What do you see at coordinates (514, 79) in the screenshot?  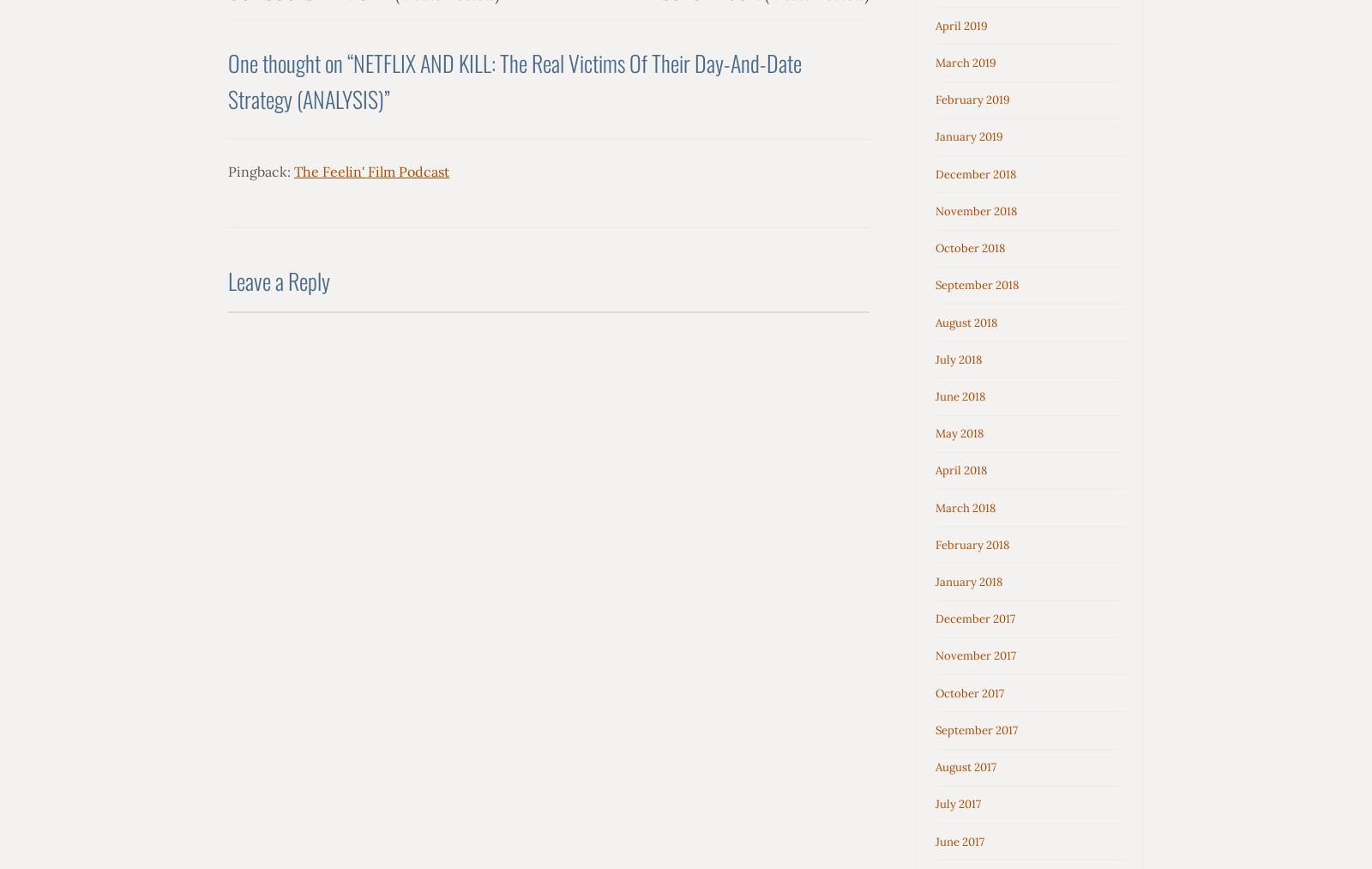 I see `'NETFLIX AND KILL: The Real Victims Of Their Day-And-Date Strategy (ANALYSIS)'` at bounding box center [514, 79].